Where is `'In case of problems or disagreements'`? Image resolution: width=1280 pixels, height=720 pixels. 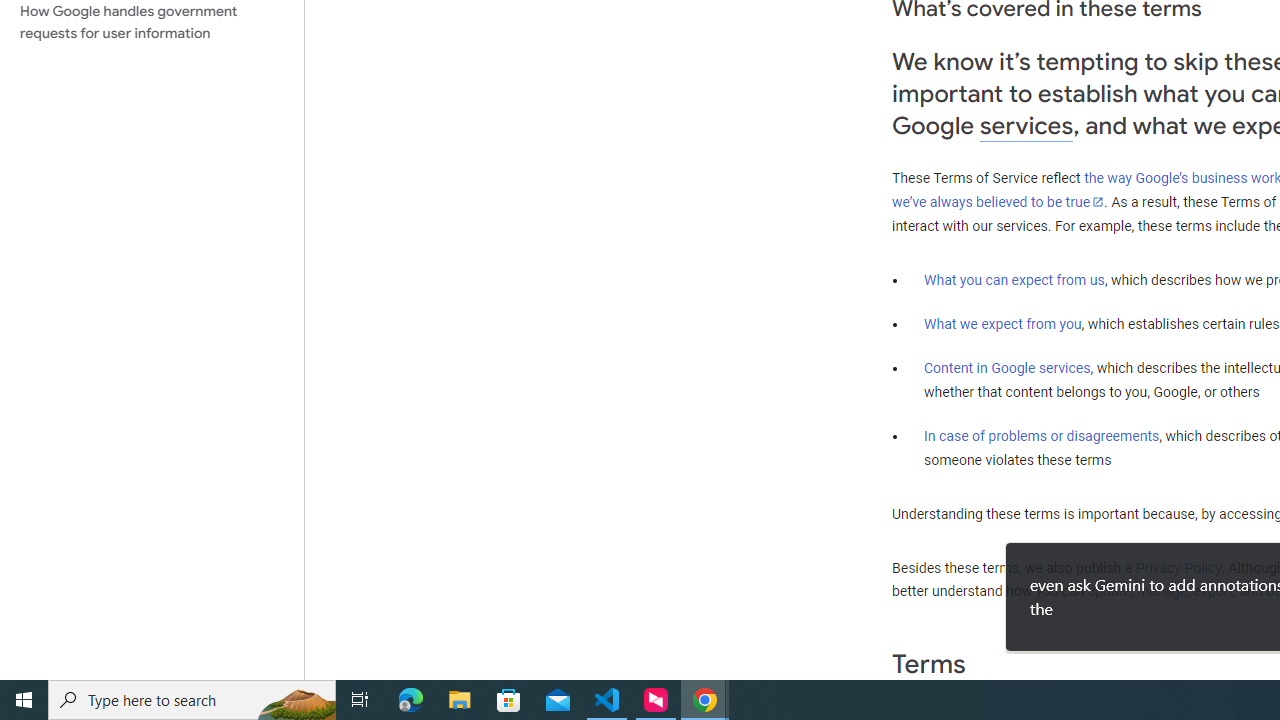 'In case of problems or disagreements' is located at coordinates (1040, 434).